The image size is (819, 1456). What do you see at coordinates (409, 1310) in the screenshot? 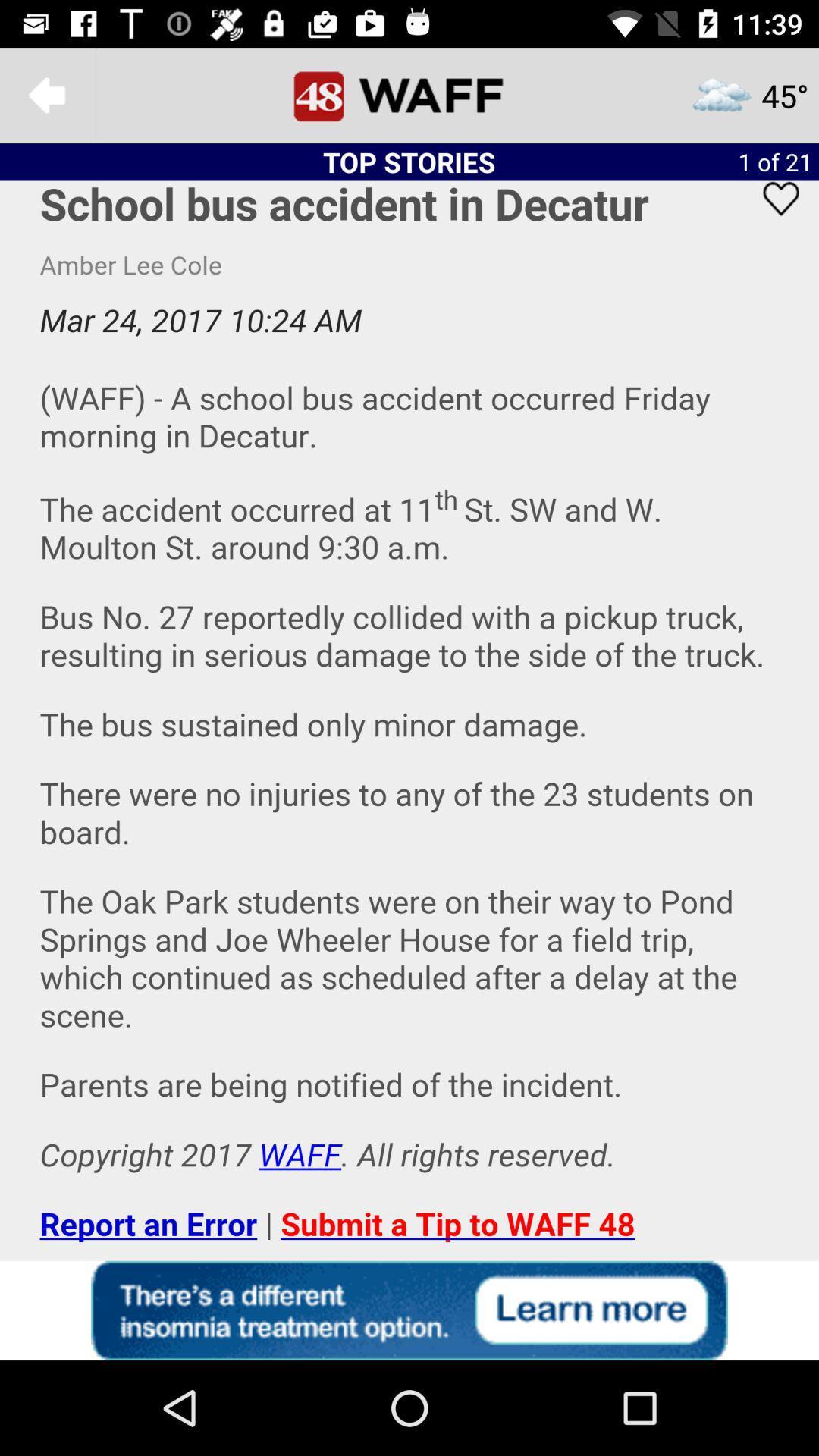
I see `advertisement` at bounding box center [409, 1310].